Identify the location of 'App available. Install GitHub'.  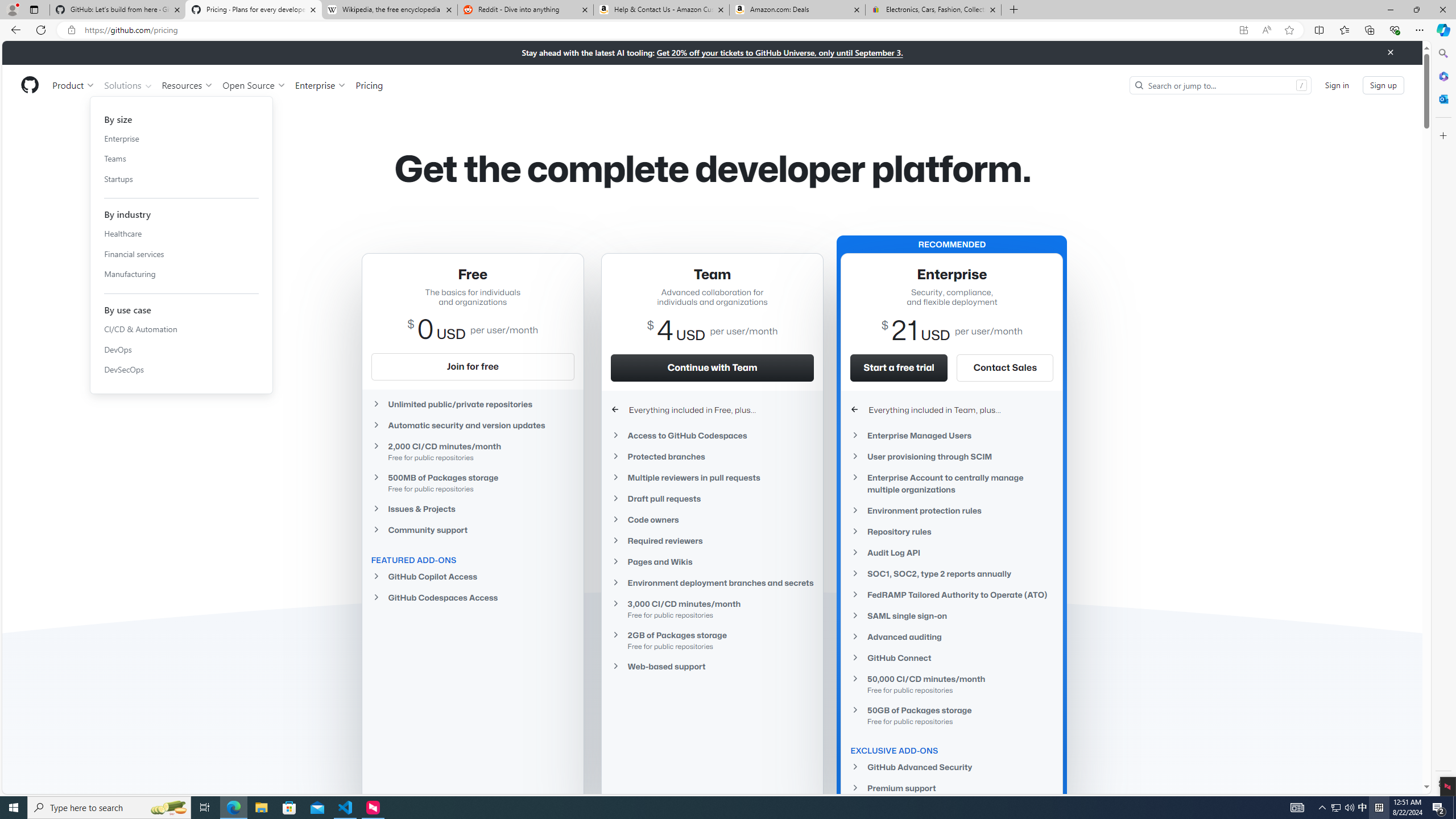
(1243, 30).